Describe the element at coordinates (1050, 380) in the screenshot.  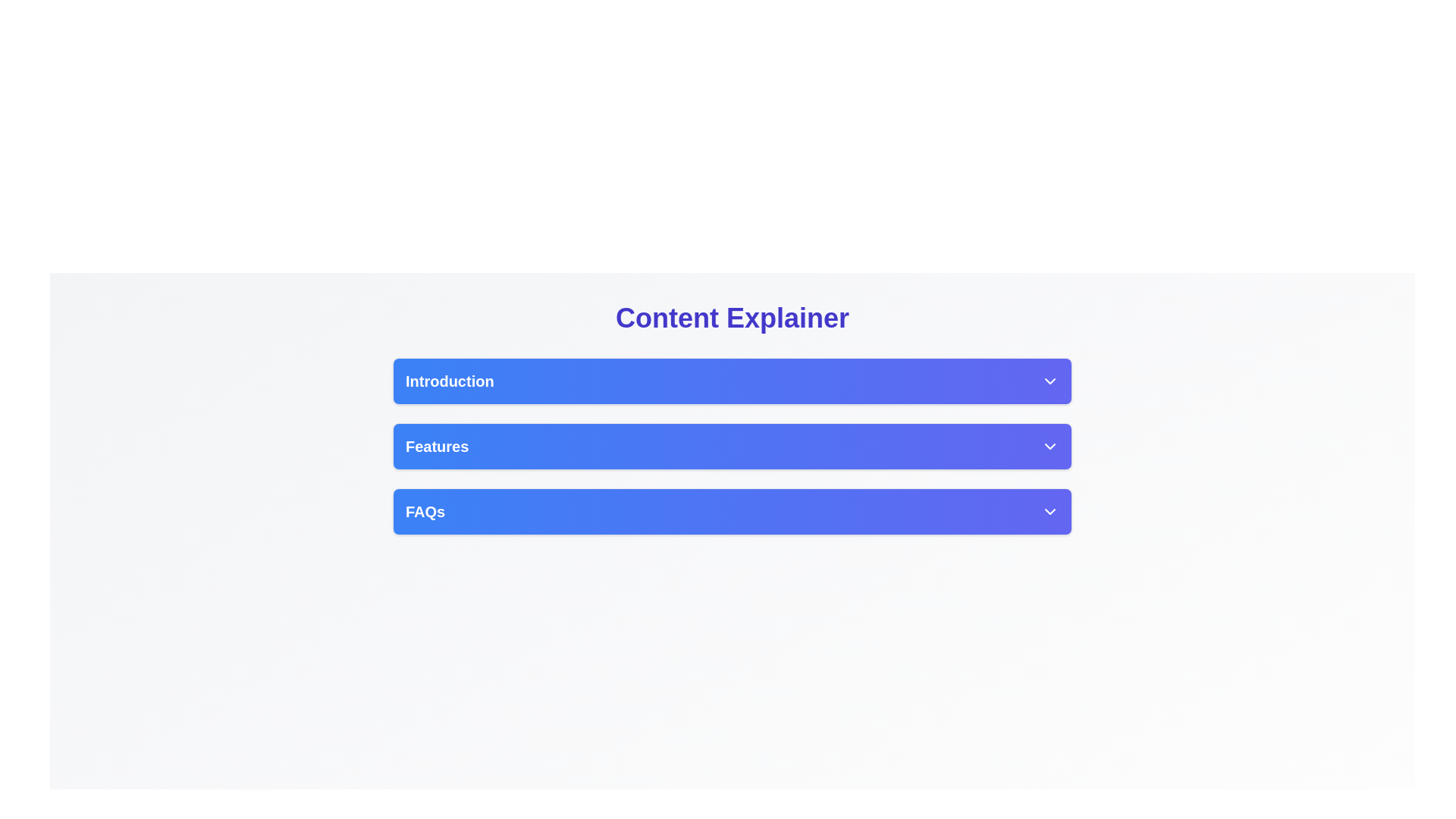
I see `the downward-pointing chevron icon located to the far-right side of the 'Introduction' button for keyboard interaction` at that location.